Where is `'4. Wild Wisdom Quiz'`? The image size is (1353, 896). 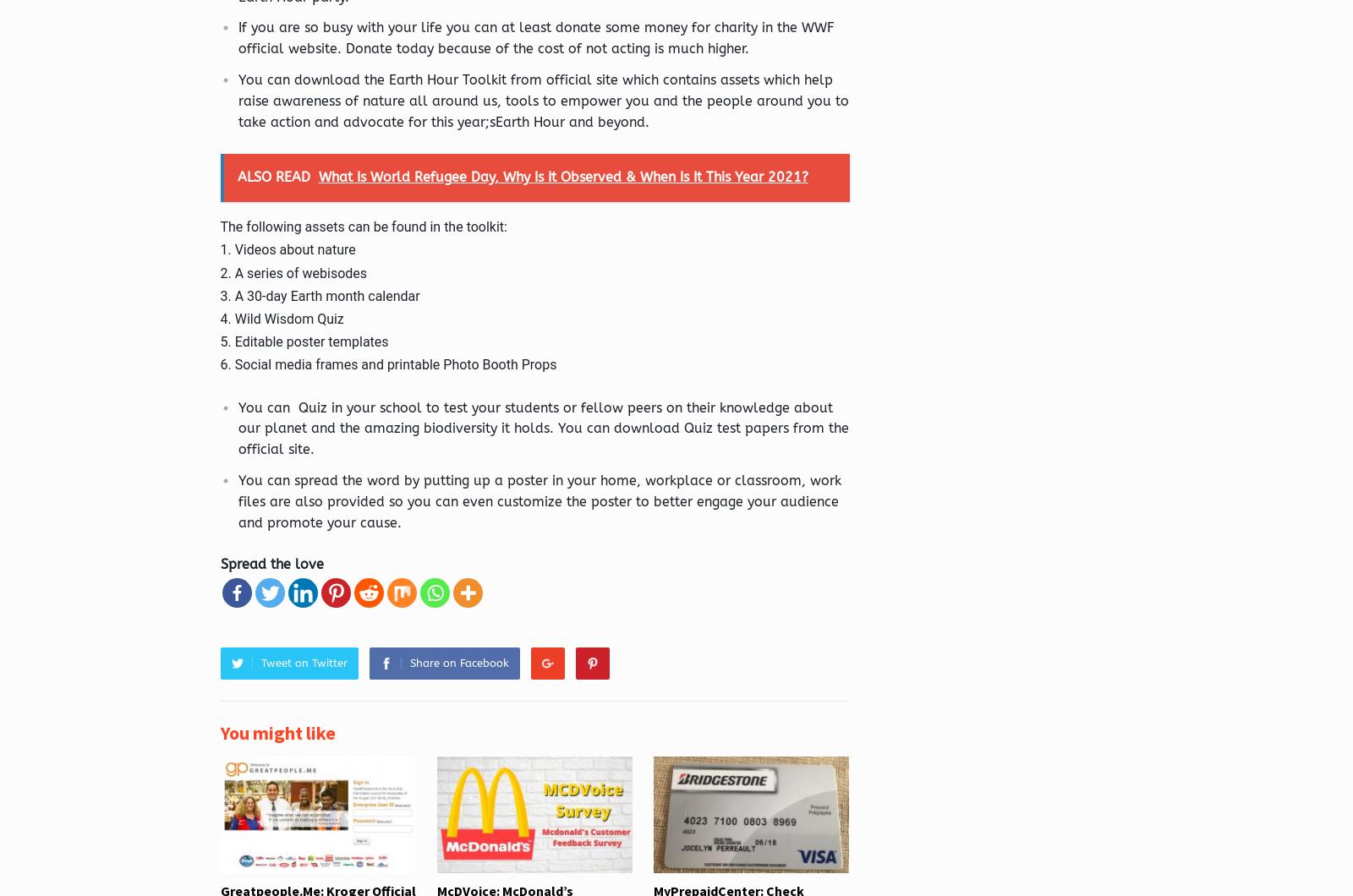
'4. Wild Wisdom Quiz' is located at coordinates (281, 318).